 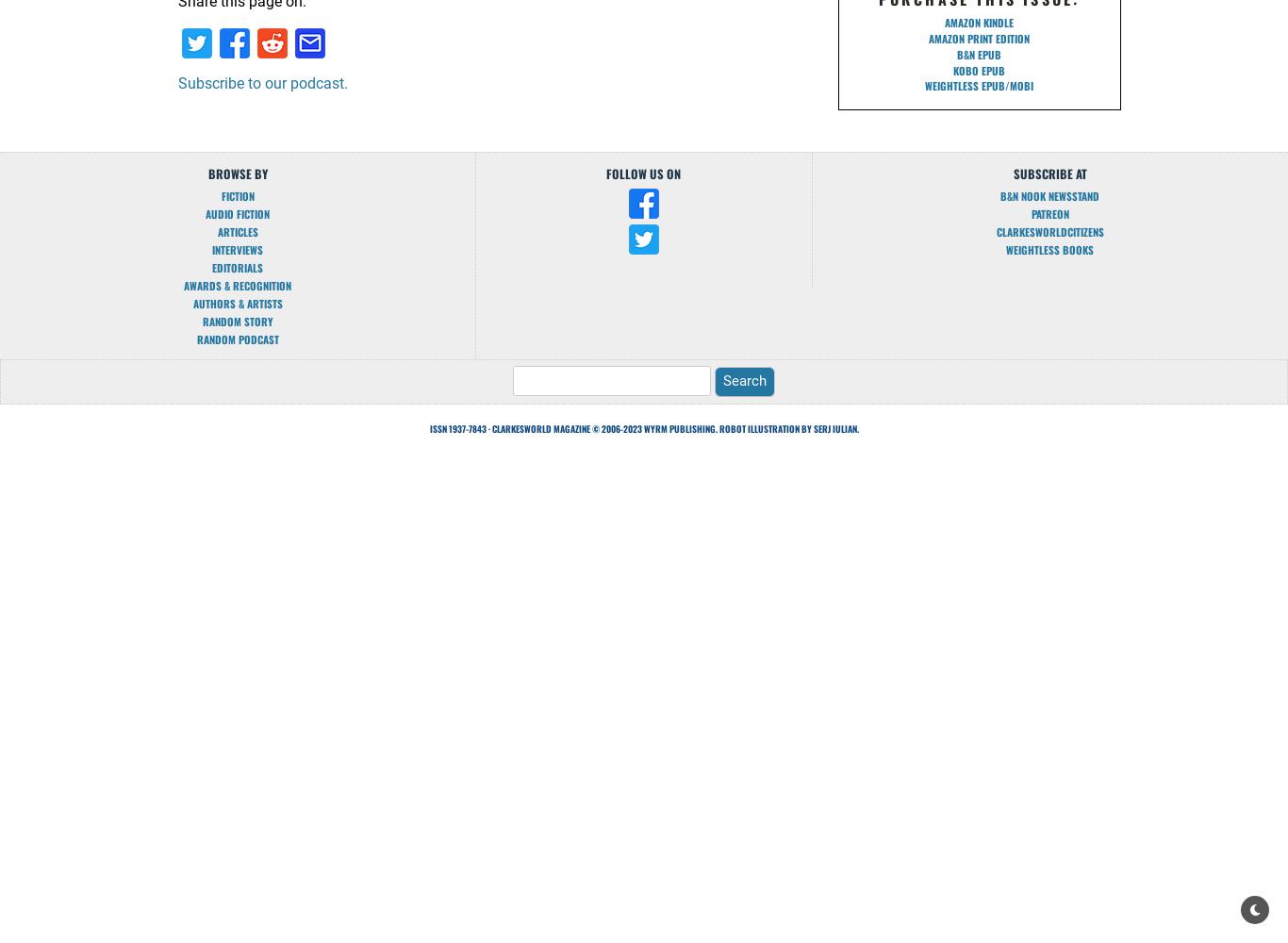 I want to click on 'ISSN 1937-7843 · Clarkesworld Magazine © 2006-2023 Wyrm Publishing. Robot illustration by Serj Iulian.', so click(x=642, y=428).